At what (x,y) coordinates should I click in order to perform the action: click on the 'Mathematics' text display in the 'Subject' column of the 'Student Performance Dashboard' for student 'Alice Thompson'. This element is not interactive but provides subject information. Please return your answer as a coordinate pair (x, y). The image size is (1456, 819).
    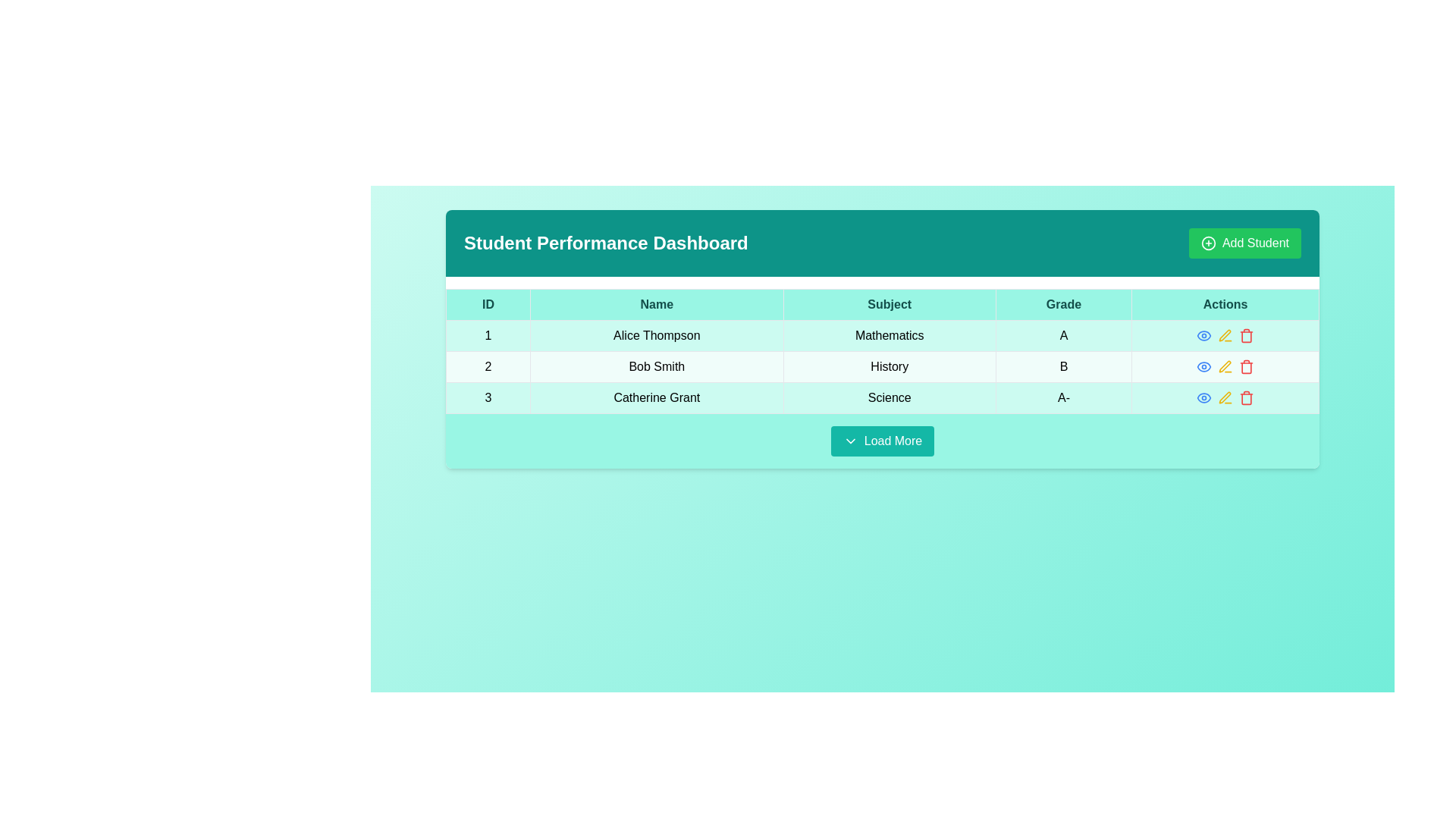
    Looking at the image, I should click on (890, 335).